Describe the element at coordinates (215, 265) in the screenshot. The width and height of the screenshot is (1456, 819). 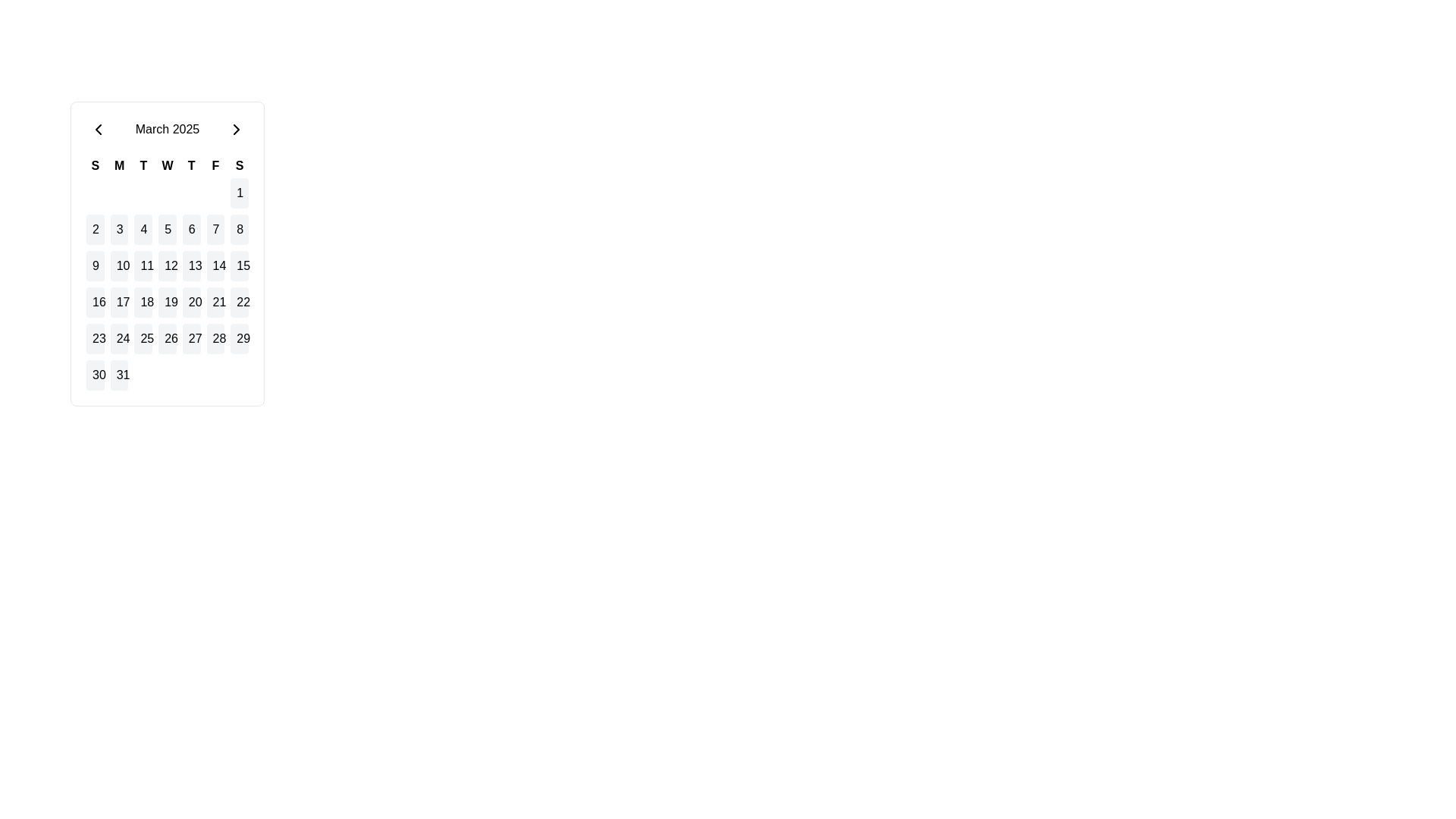
I see `the button displaying '14' in a light gray rounded rectangle, located in the fourth row and sixth column of the calendar under the heading 'F' for Friday` at that location.